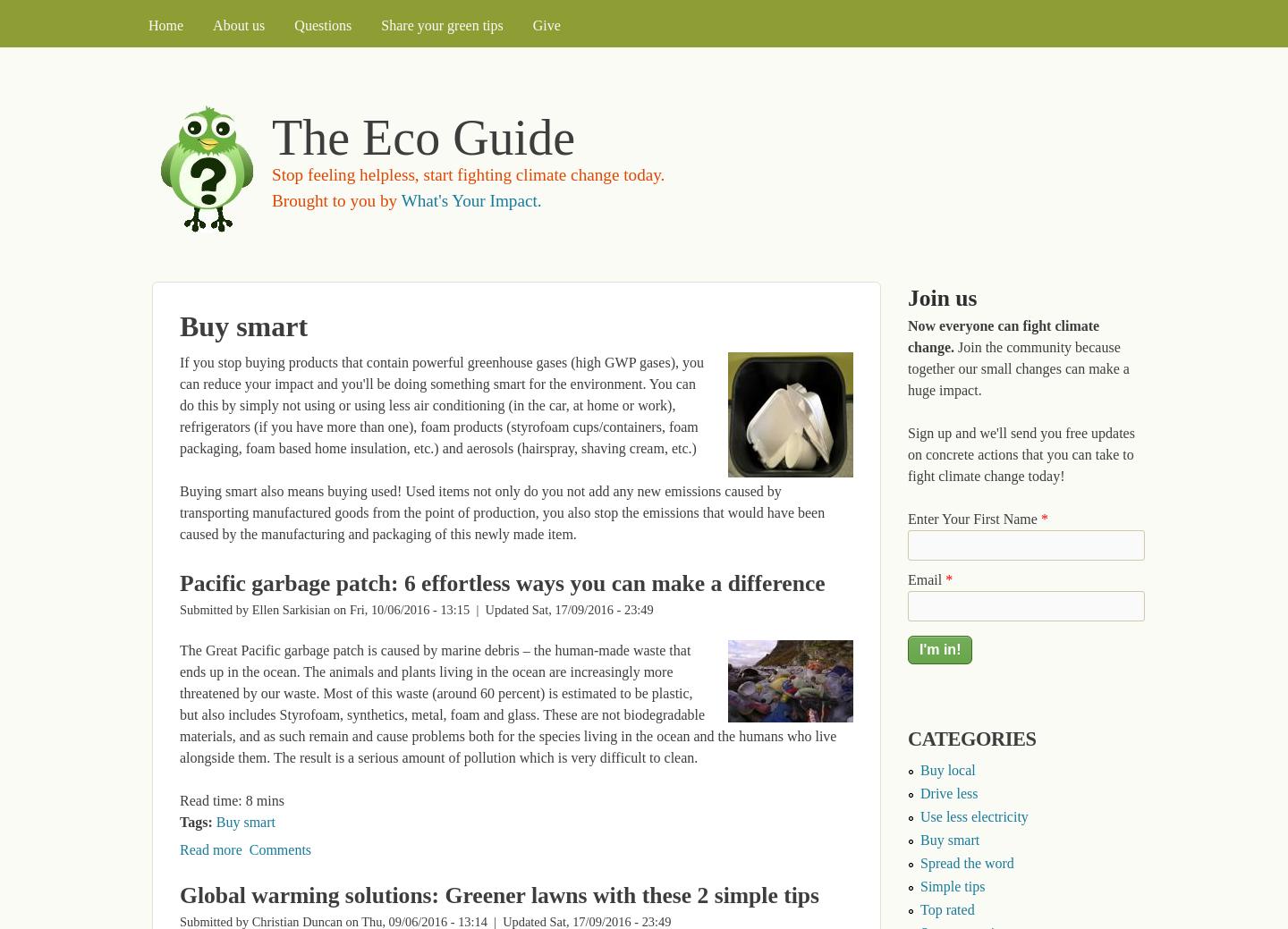 The image size is (1288, 929). I want to click on 'Give', so click(545, 24).